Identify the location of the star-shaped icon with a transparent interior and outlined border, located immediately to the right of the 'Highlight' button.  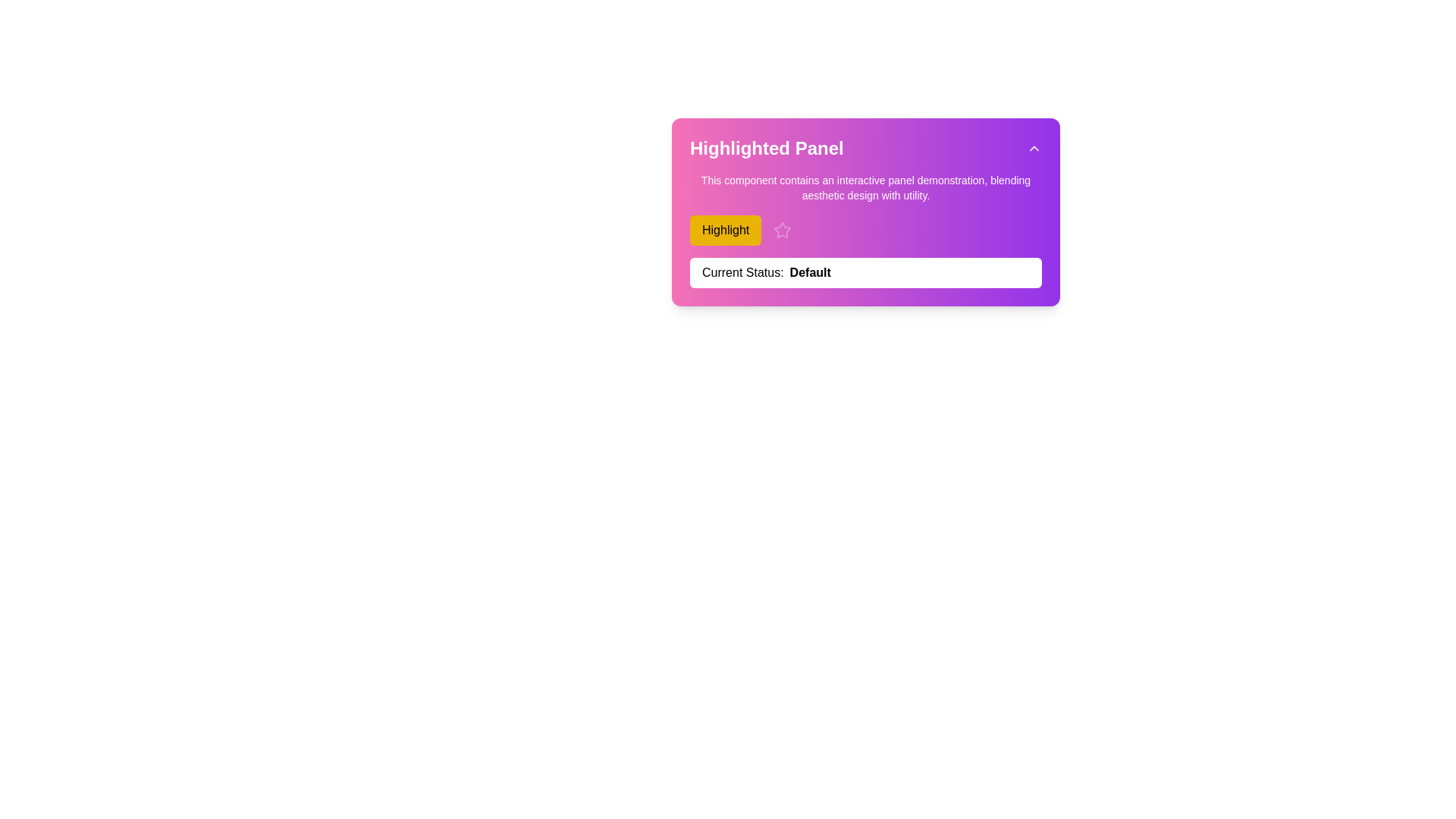
(783, 231).